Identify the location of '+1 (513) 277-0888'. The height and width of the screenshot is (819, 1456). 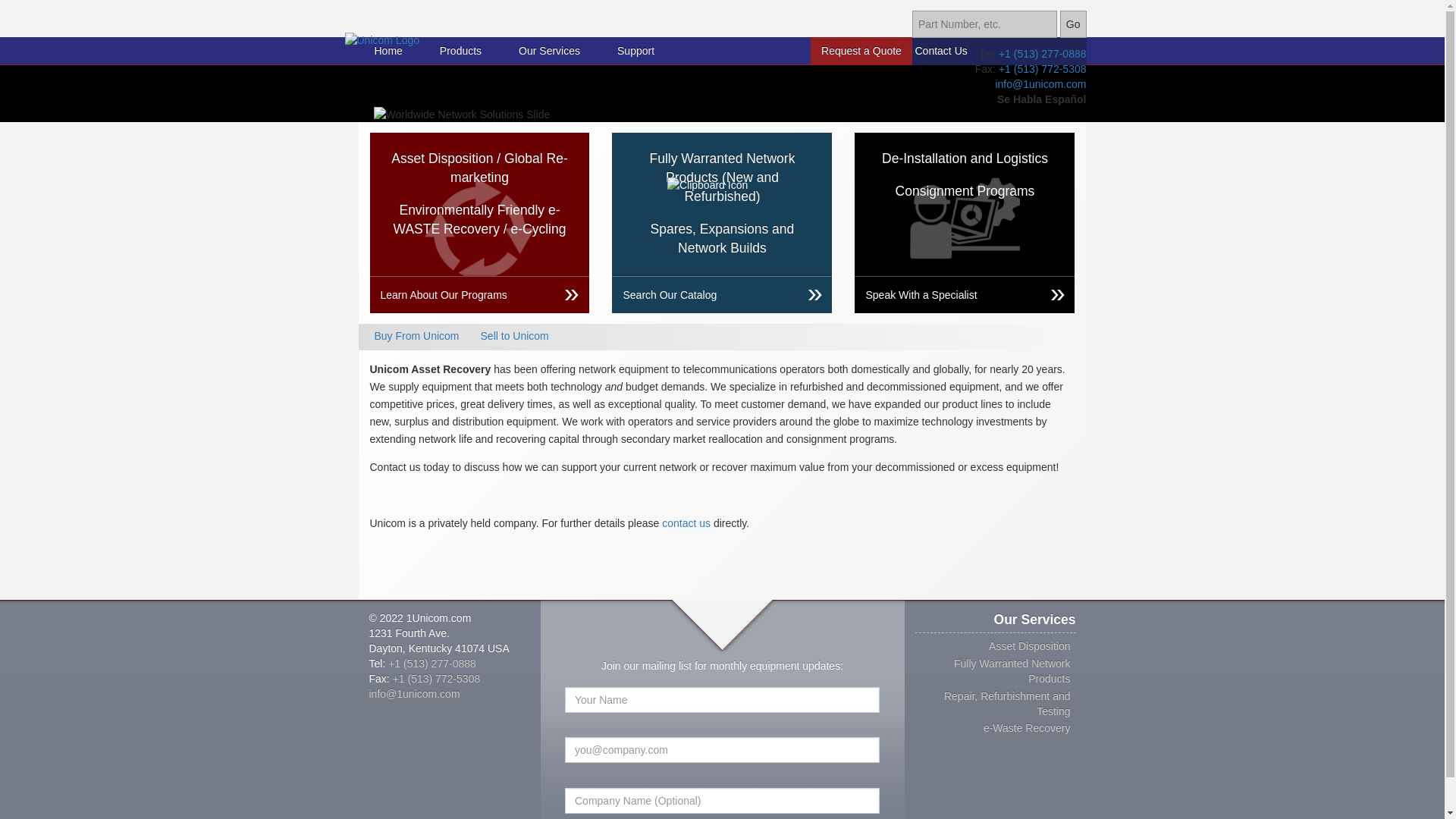
(431, 662).